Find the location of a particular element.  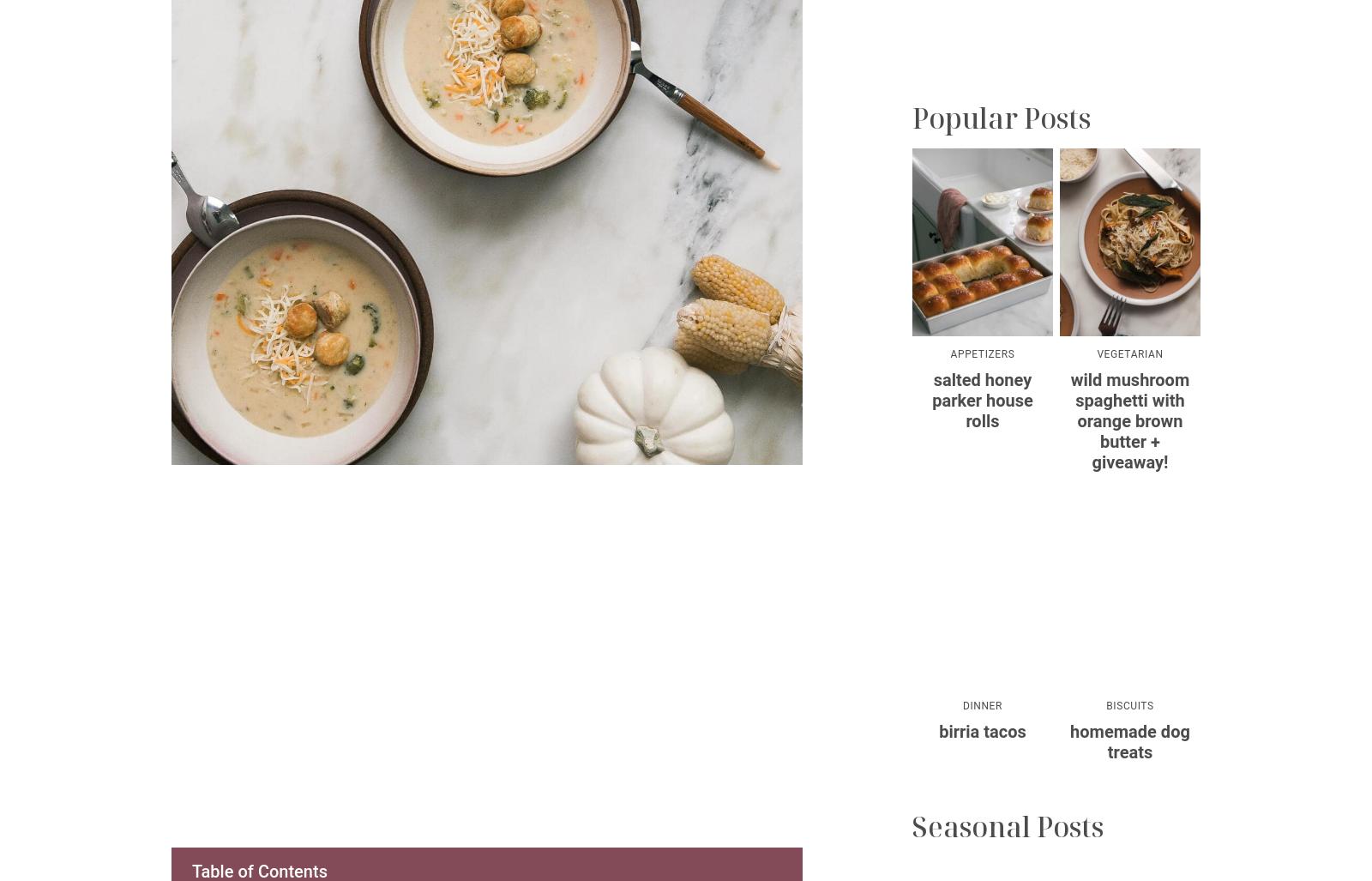

'Appetizers' is located at coordinates (982, 353).